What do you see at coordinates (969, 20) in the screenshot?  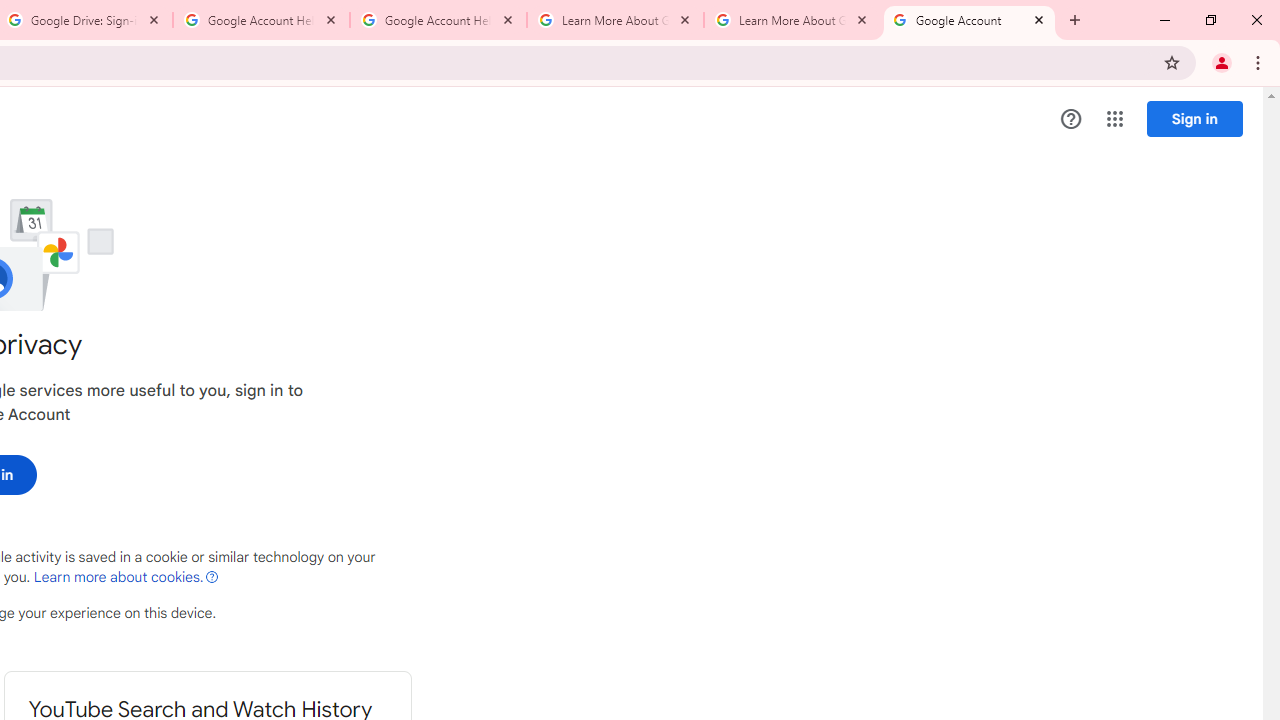 I see `'Google Account'` at bounding box center [969, 20].